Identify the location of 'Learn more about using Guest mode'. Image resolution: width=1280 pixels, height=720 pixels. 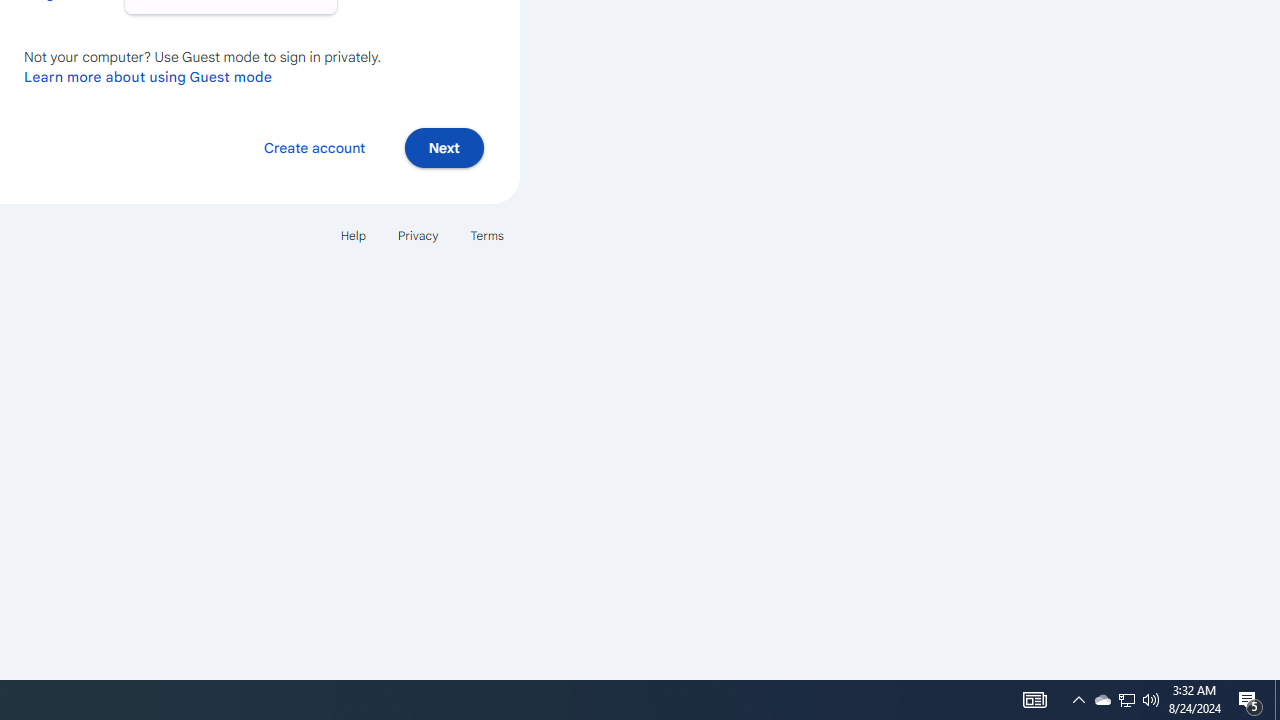
(147, 75).